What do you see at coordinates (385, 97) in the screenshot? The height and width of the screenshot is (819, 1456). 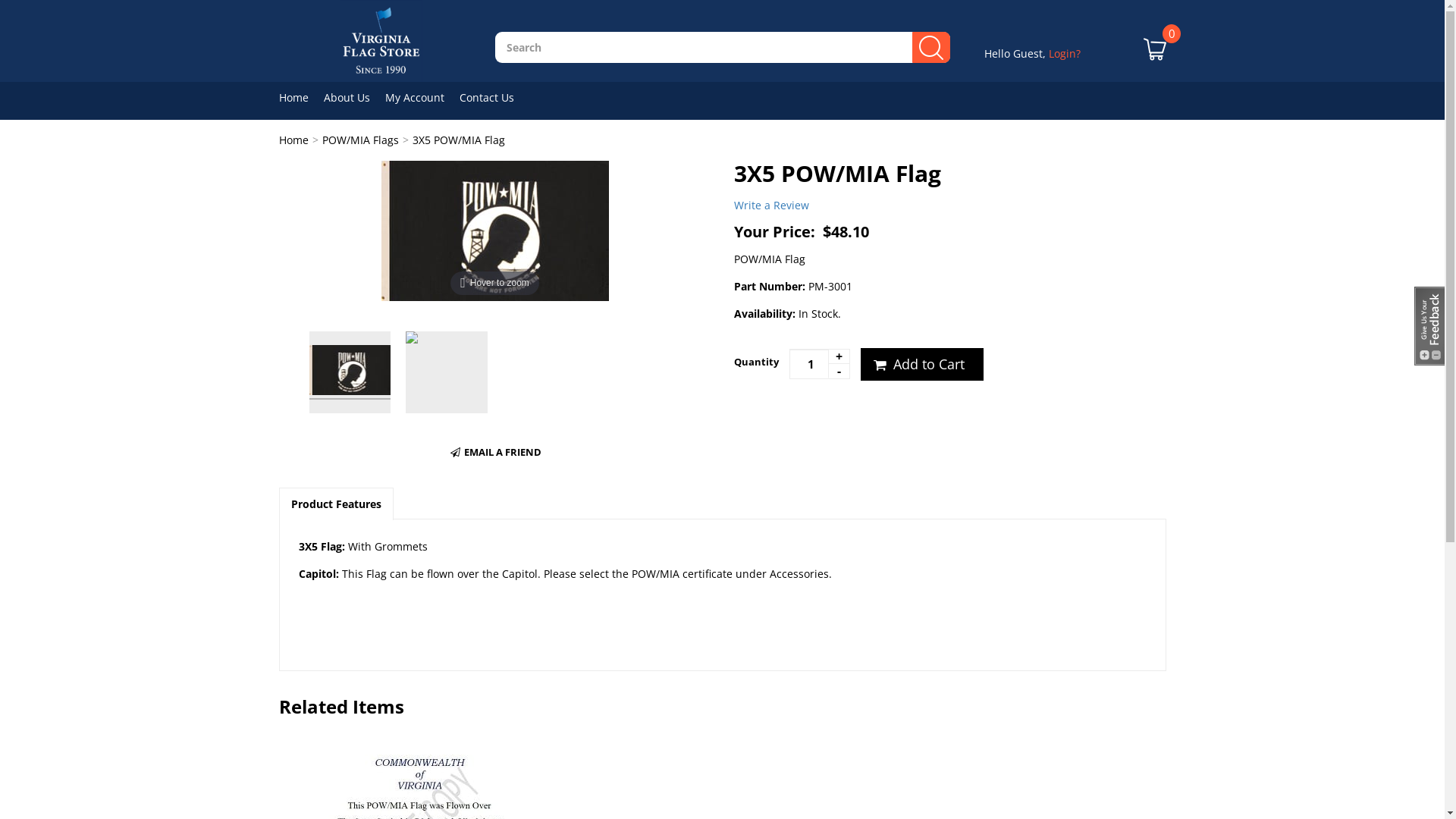 I see `'My Account'` at bounding box center [385, 97].